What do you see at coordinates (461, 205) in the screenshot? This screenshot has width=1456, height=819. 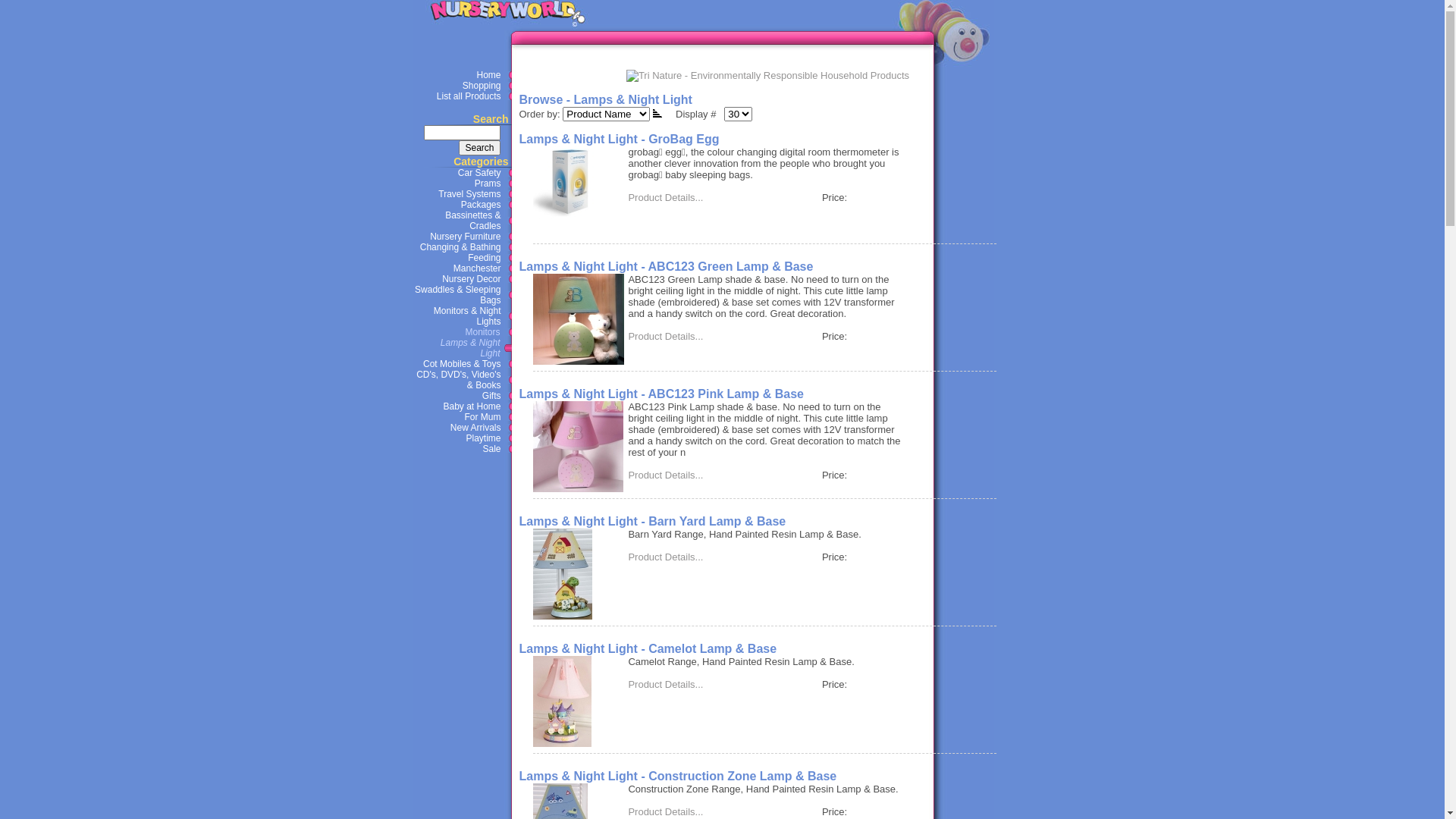 I see `'Packages'` at bounding box center [461, 205].